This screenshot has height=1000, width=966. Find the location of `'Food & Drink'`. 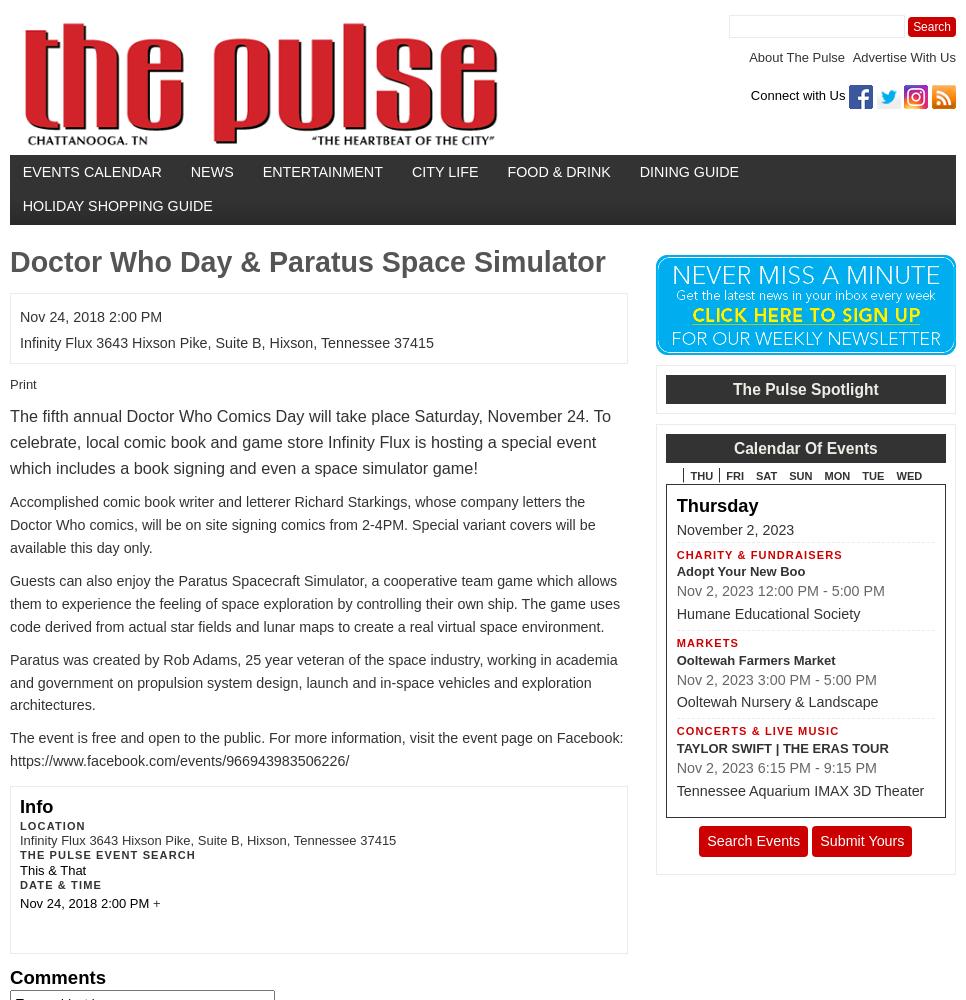

'Food & Drink' is located at coordinates (557, 171).